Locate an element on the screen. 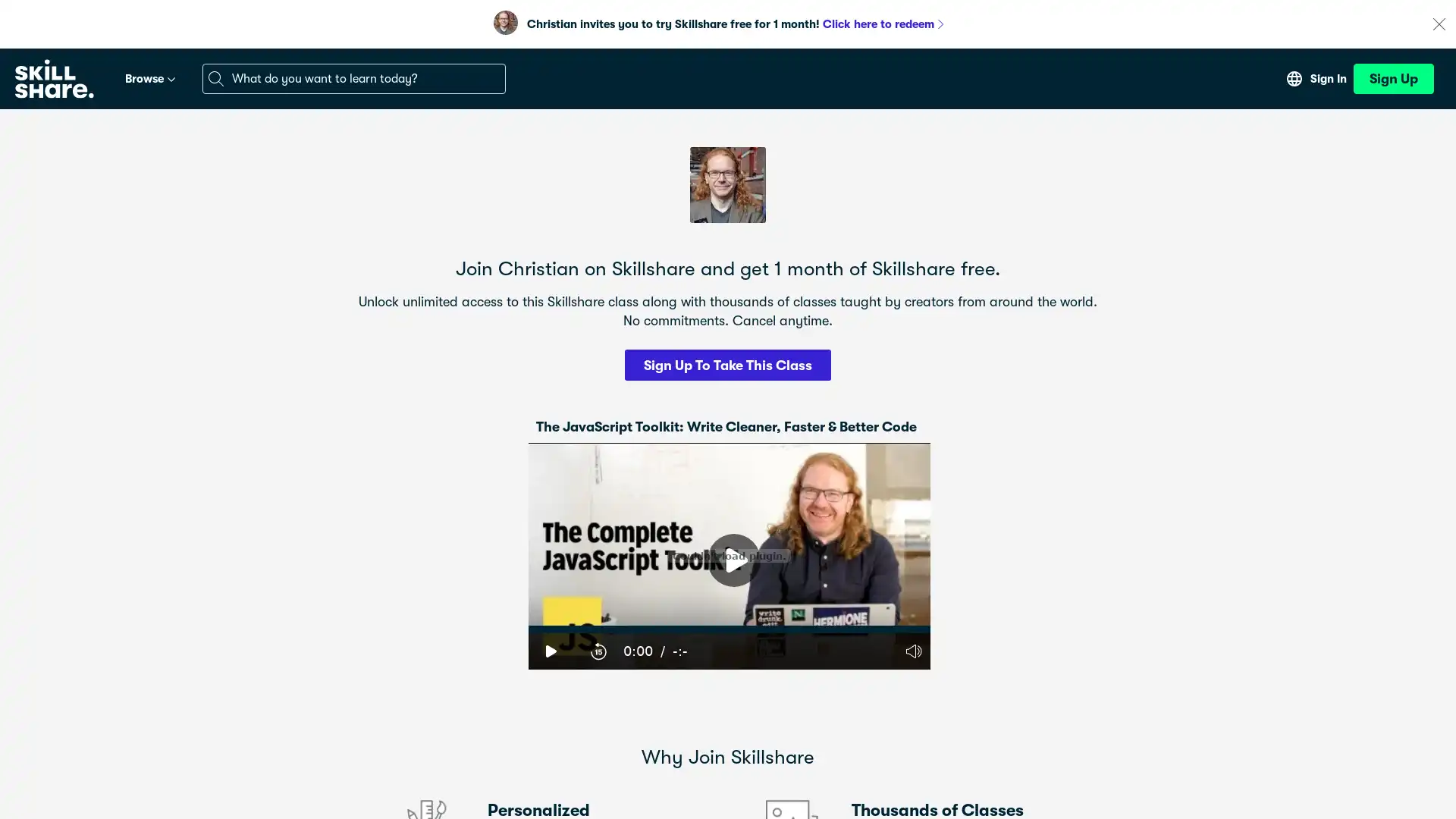  Play is located at coordinates (550, 649).